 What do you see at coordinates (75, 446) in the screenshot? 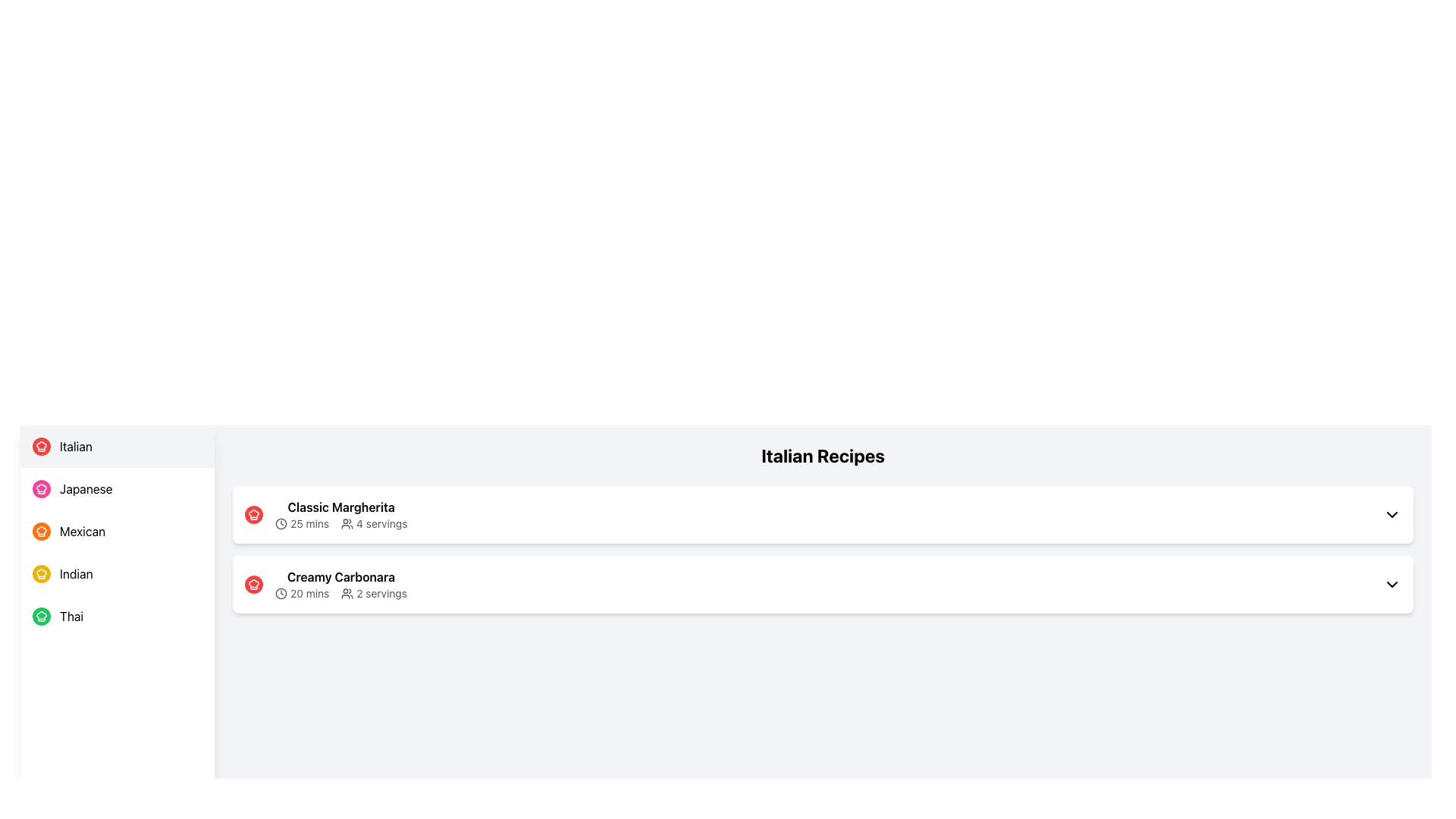
I see `the 'Italian' text label in the clickable menu` at bounding box center [75, 446].